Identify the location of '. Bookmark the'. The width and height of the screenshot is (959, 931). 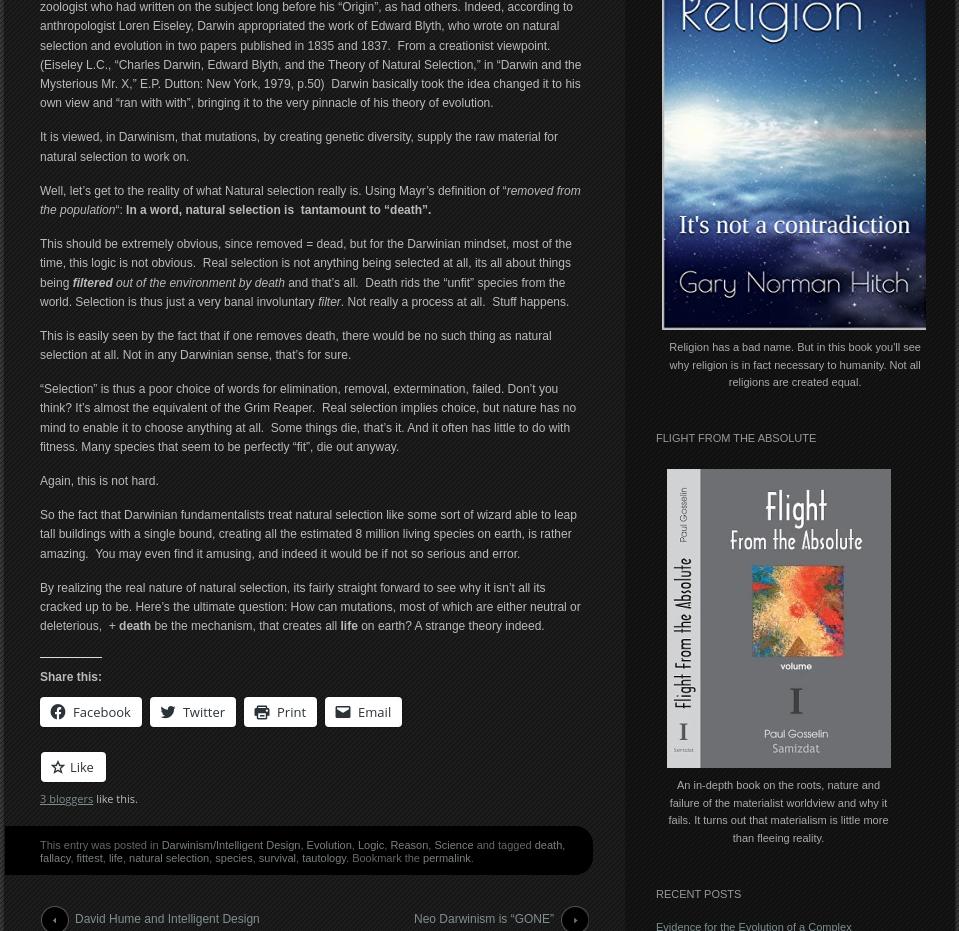
(384, 855).